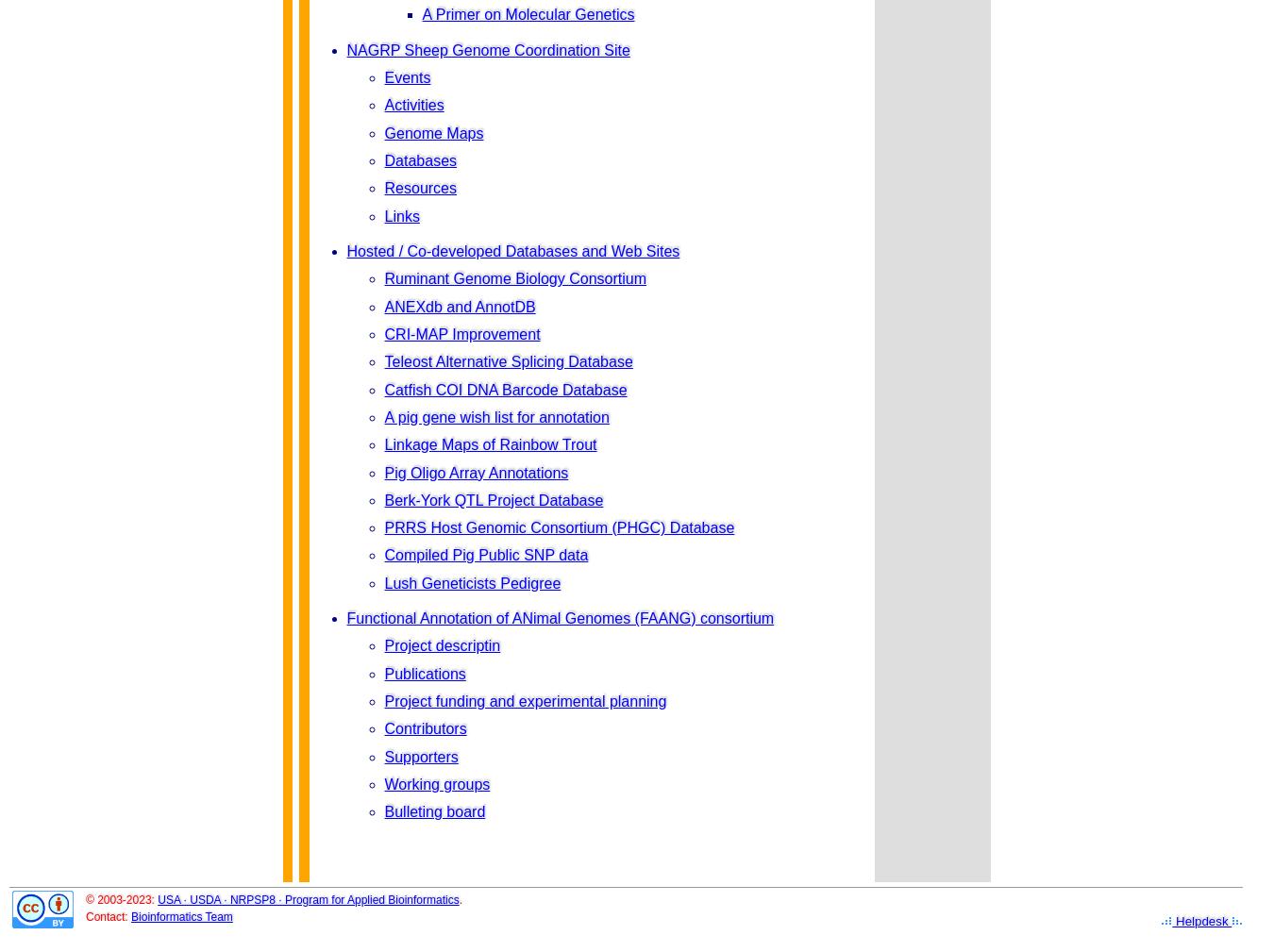 The width and height of the screenshot is (1274, 952). I want to click on 'Contact:', so click(109, 916).